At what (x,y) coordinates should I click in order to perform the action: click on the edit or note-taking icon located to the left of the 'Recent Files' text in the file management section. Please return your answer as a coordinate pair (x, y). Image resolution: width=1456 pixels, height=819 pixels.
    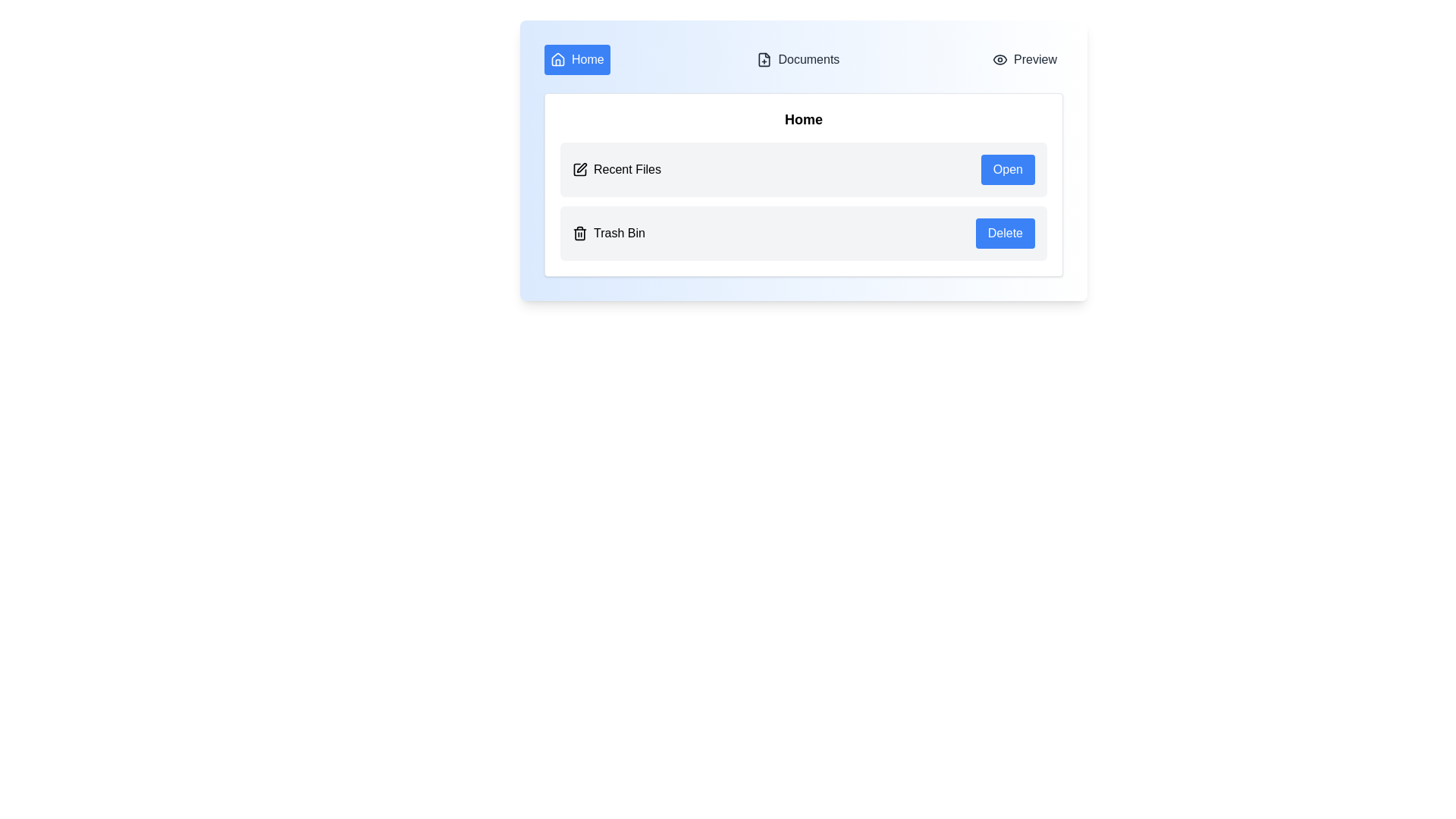
    Looking at the image, I should click on (579, 169).